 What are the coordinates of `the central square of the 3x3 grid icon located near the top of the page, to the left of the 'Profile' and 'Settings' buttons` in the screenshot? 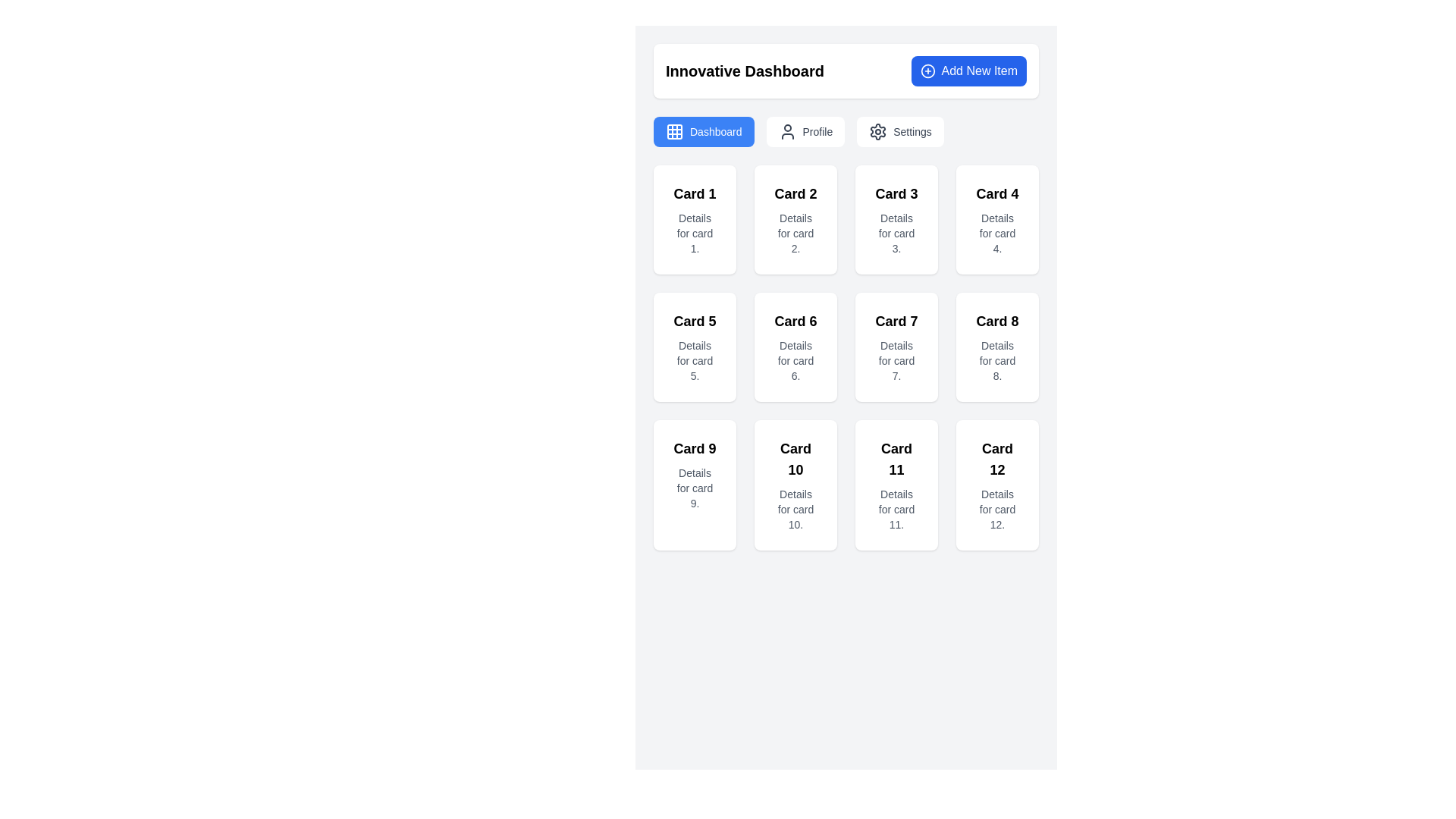 It's located at (673, 130).